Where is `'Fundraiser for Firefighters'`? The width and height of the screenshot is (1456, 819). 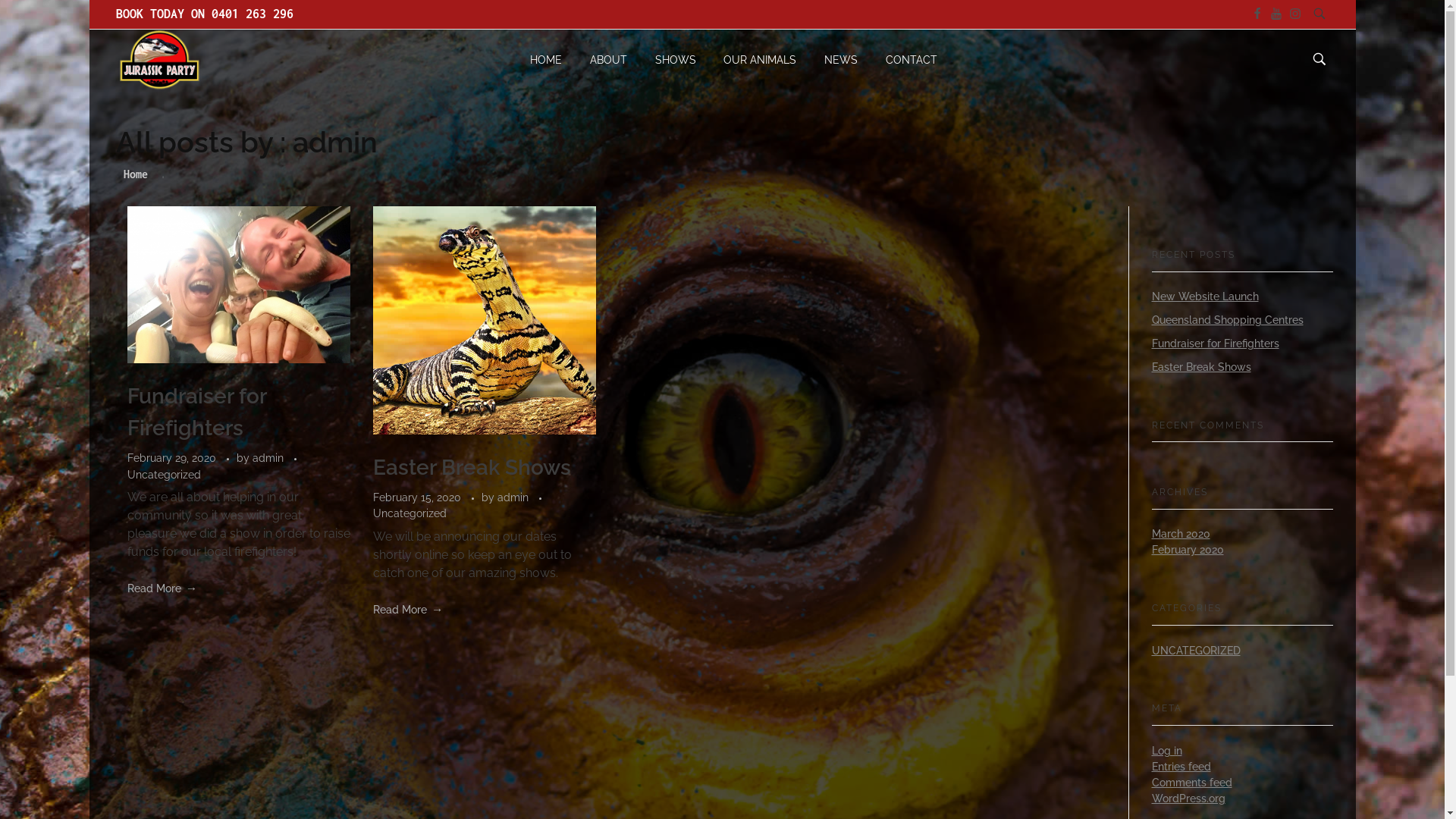
'Fundraiser for Firefighters' is located at coordinates (127, 412).